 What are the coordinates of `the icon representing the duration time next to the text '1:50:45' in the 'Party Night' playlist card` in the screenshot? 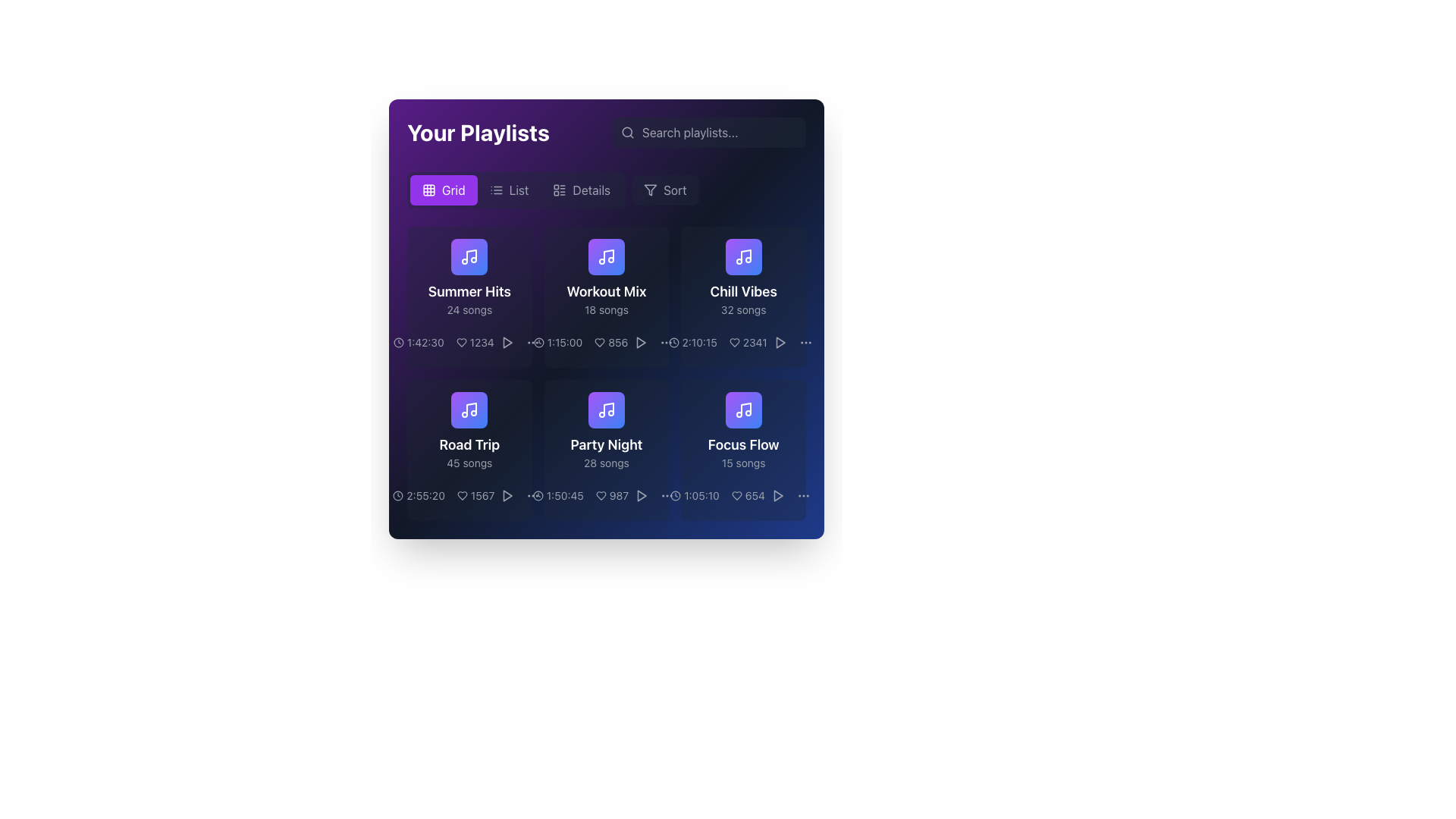 It's located at (538, 496).